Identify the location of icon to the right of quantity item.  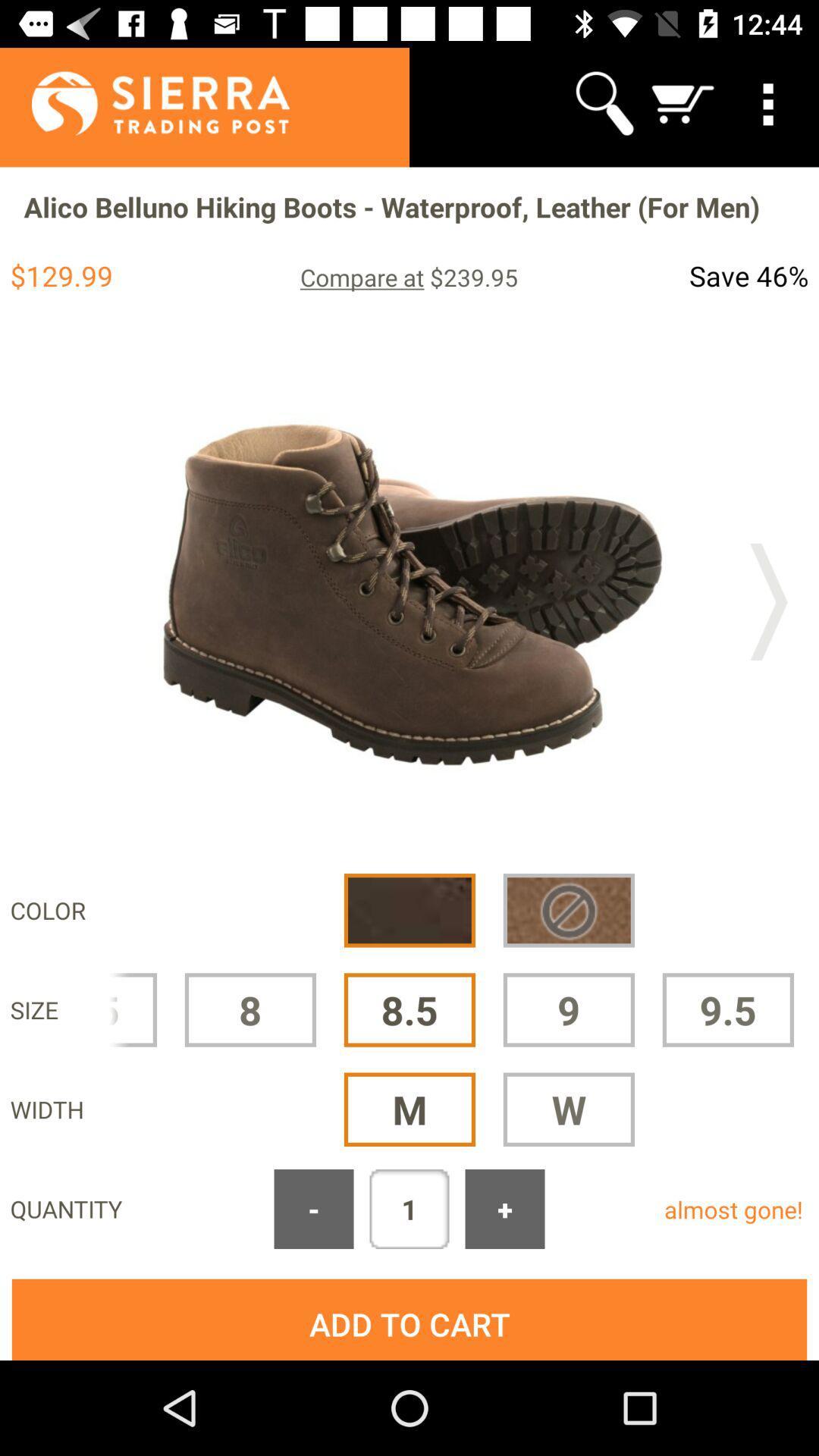
(312, 1208).